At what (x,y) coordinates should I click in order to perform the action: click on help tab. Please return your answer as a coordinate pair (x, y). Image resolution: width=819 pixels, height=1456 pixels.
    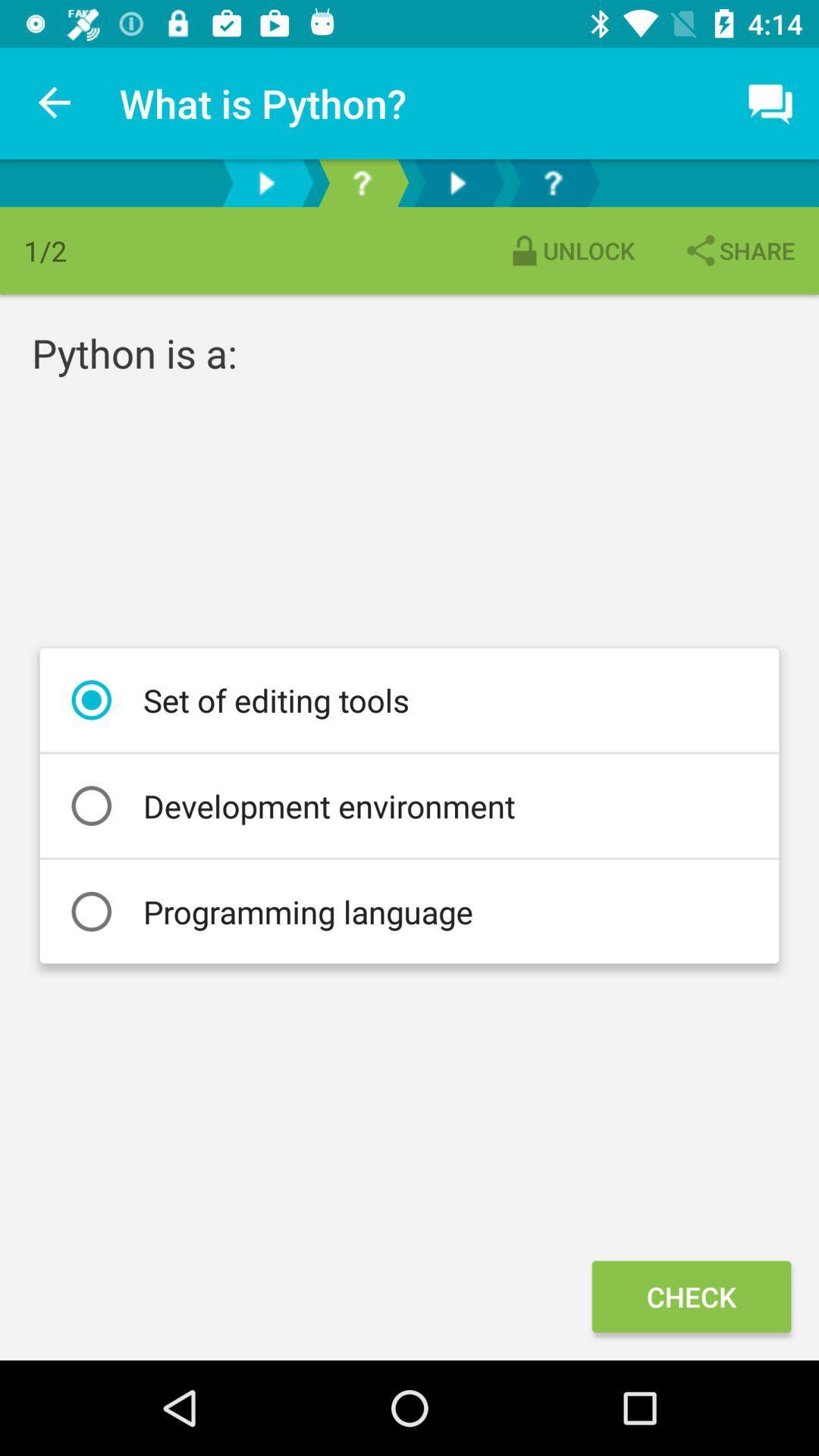
    Looking at the image, I should click on (553, 182).